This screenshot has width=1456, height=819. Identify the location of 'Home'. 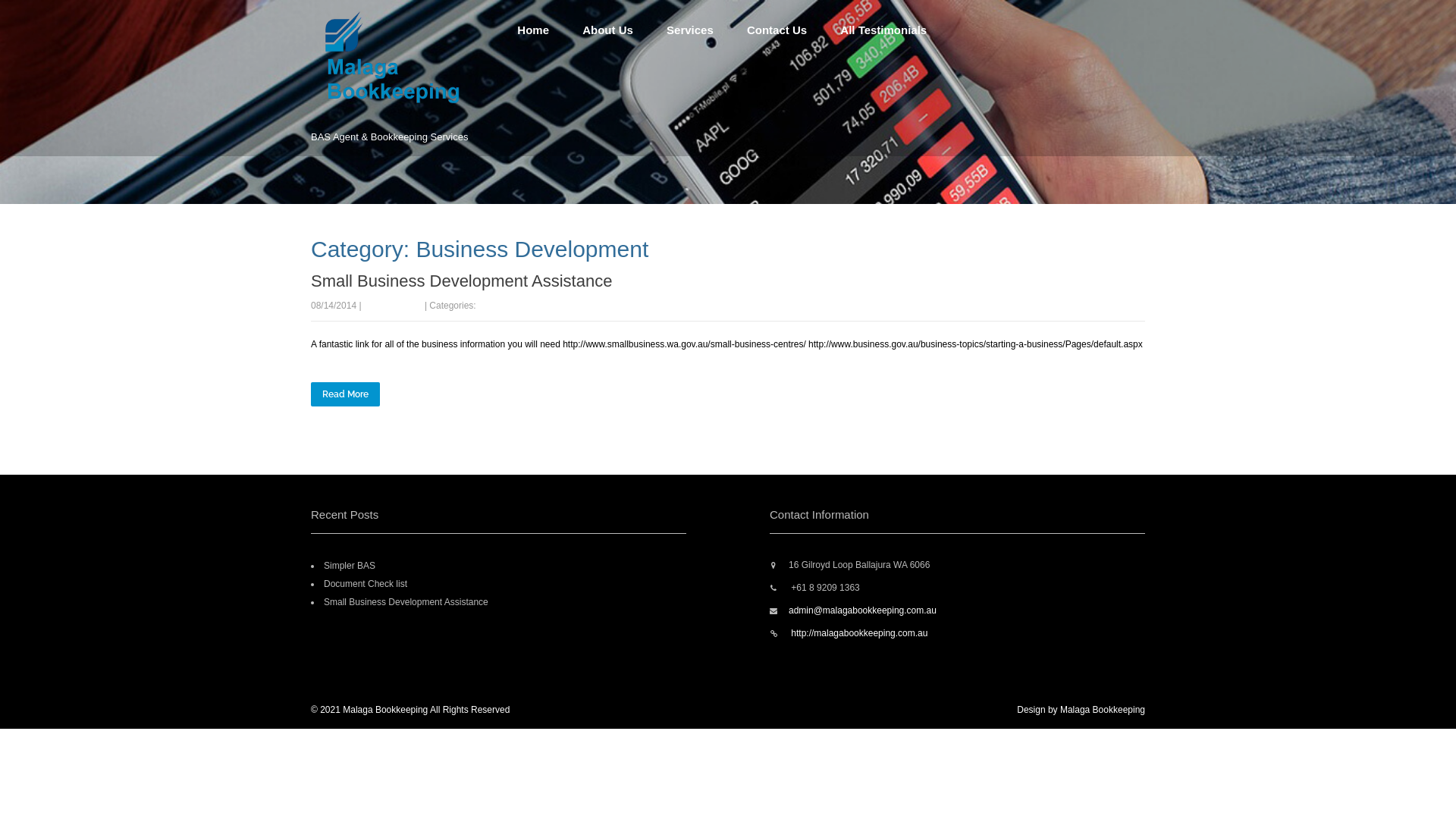
(502, 30).